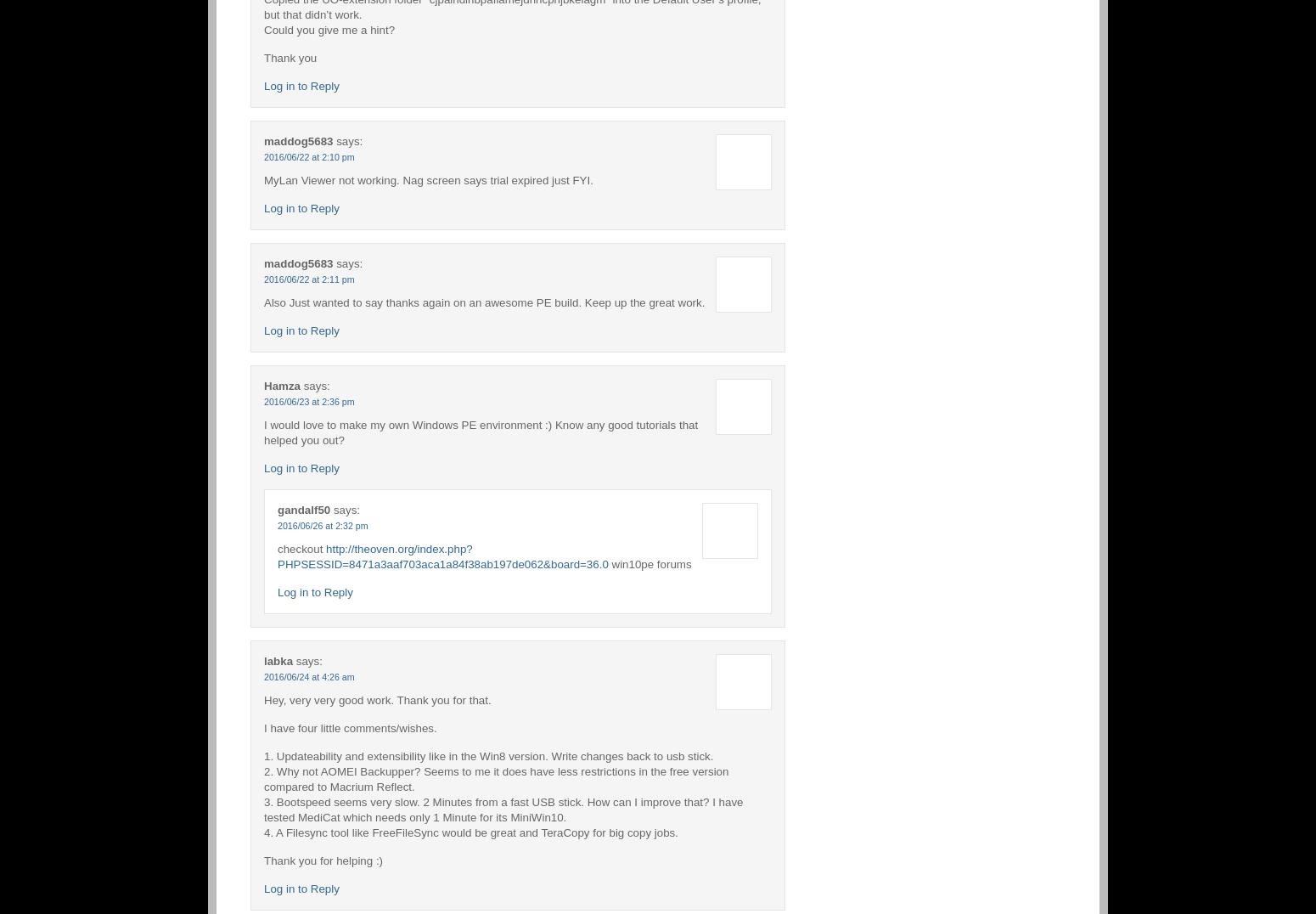 Image resolution: width=1316 pixels, height=914 pixels. I want to click on '2016/06/23 at 2:36 pm', so click(307, 400).